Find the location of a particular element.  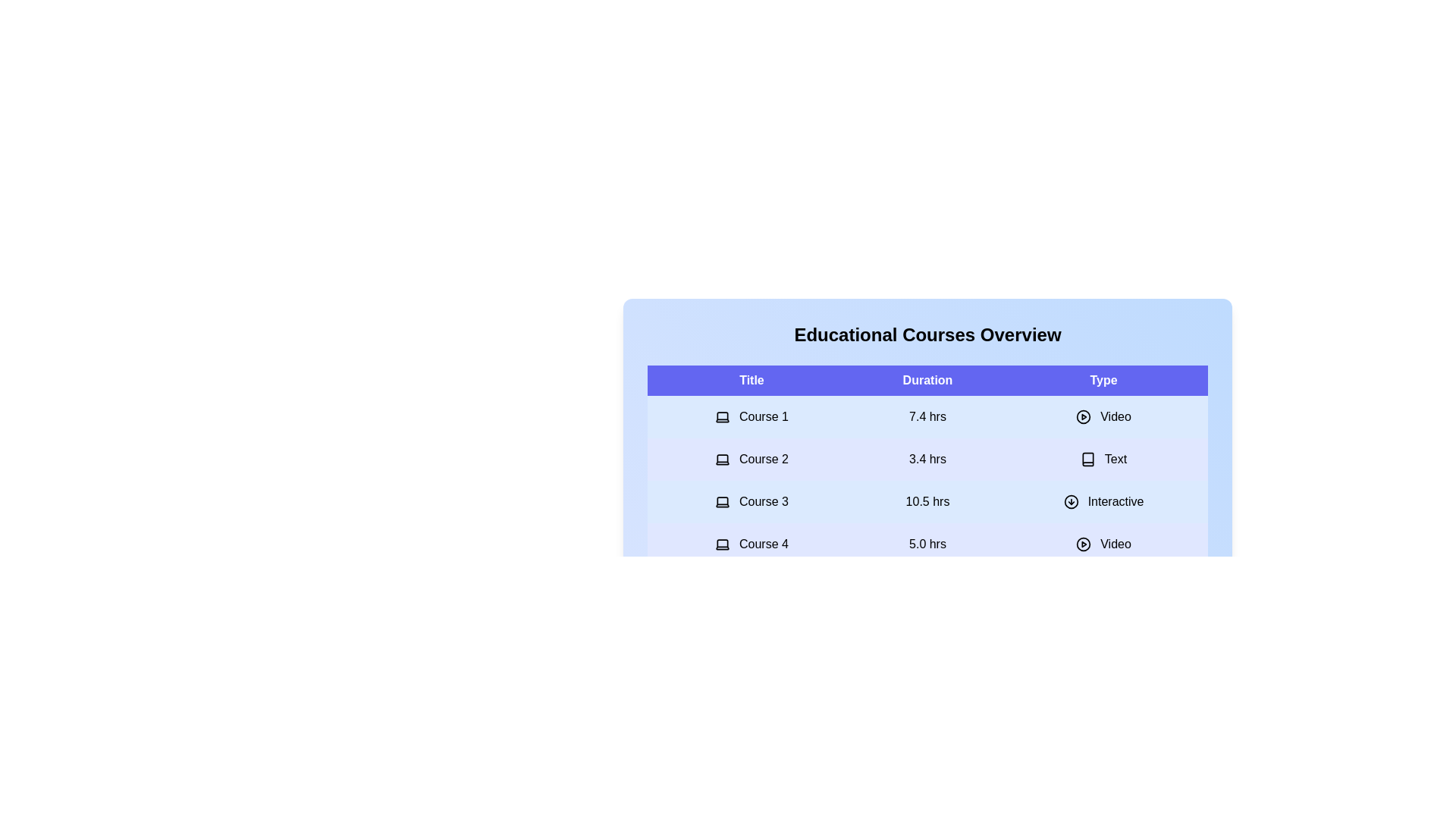

the row corresponding to the course title Course 4 is located at coordinates (751, 543).